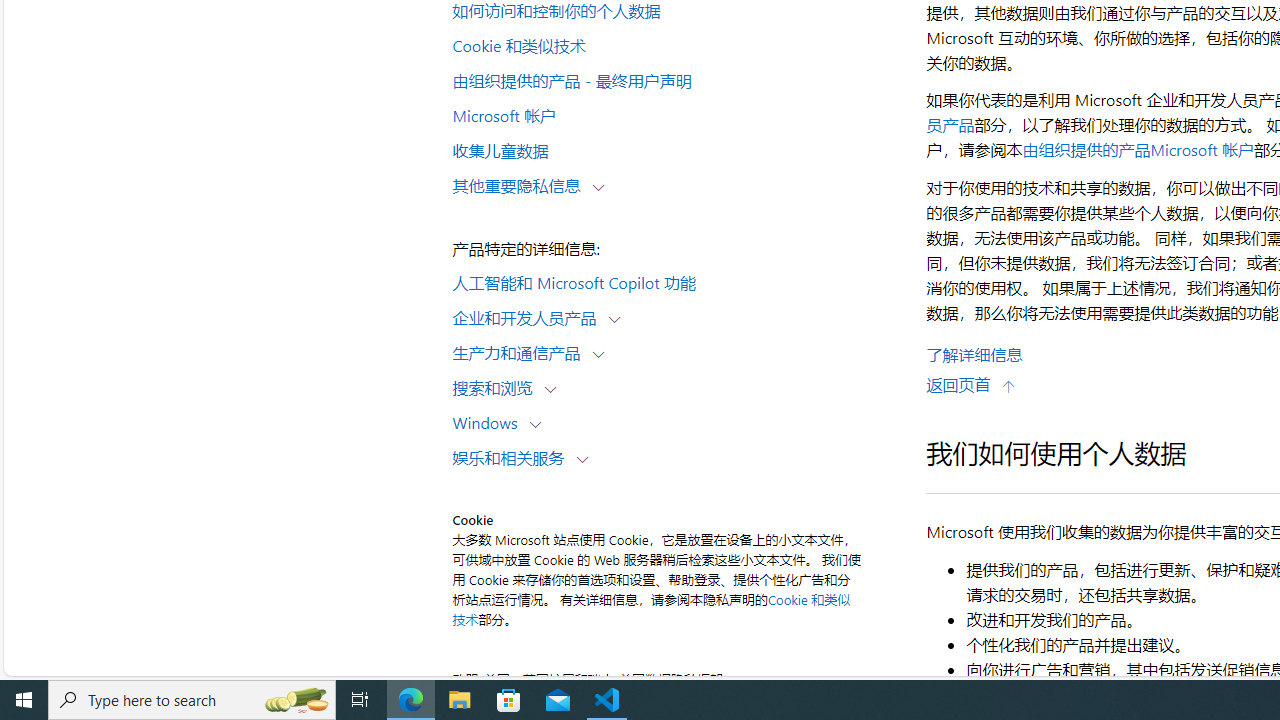  I want to click on 'Windows', so click(489, 420).